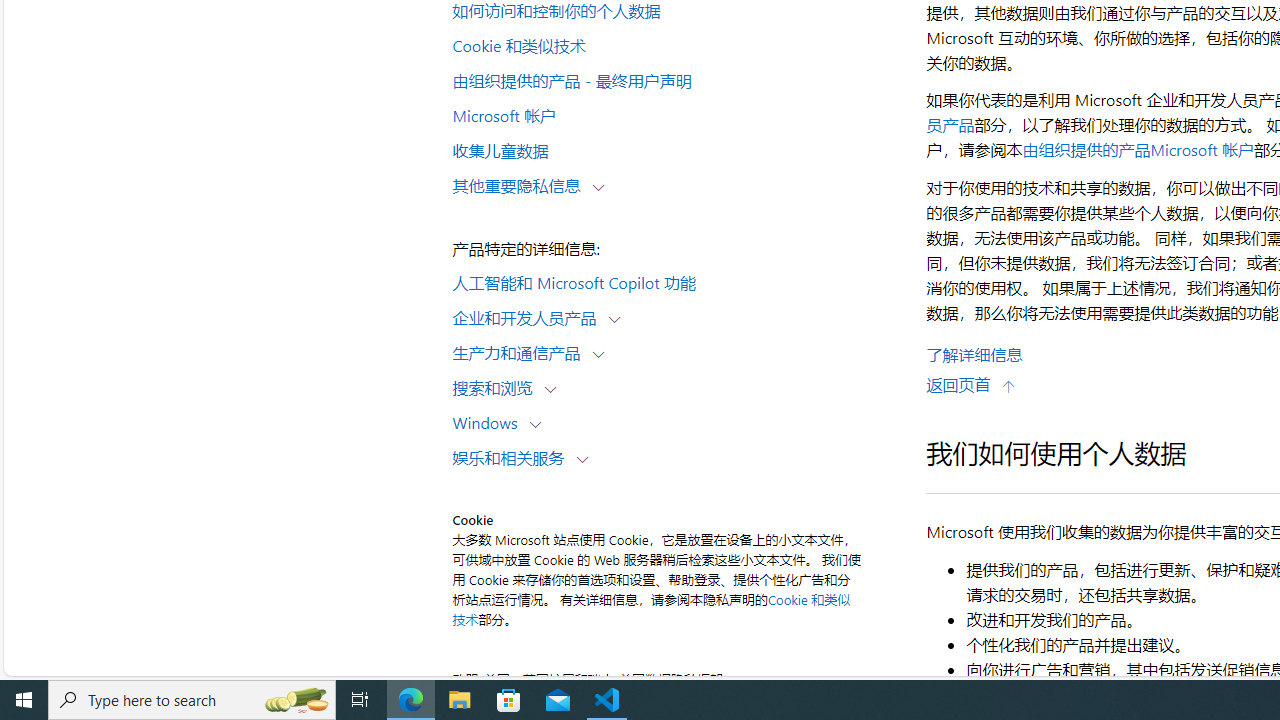  I want to click on 'Windows', so click(489, 420).